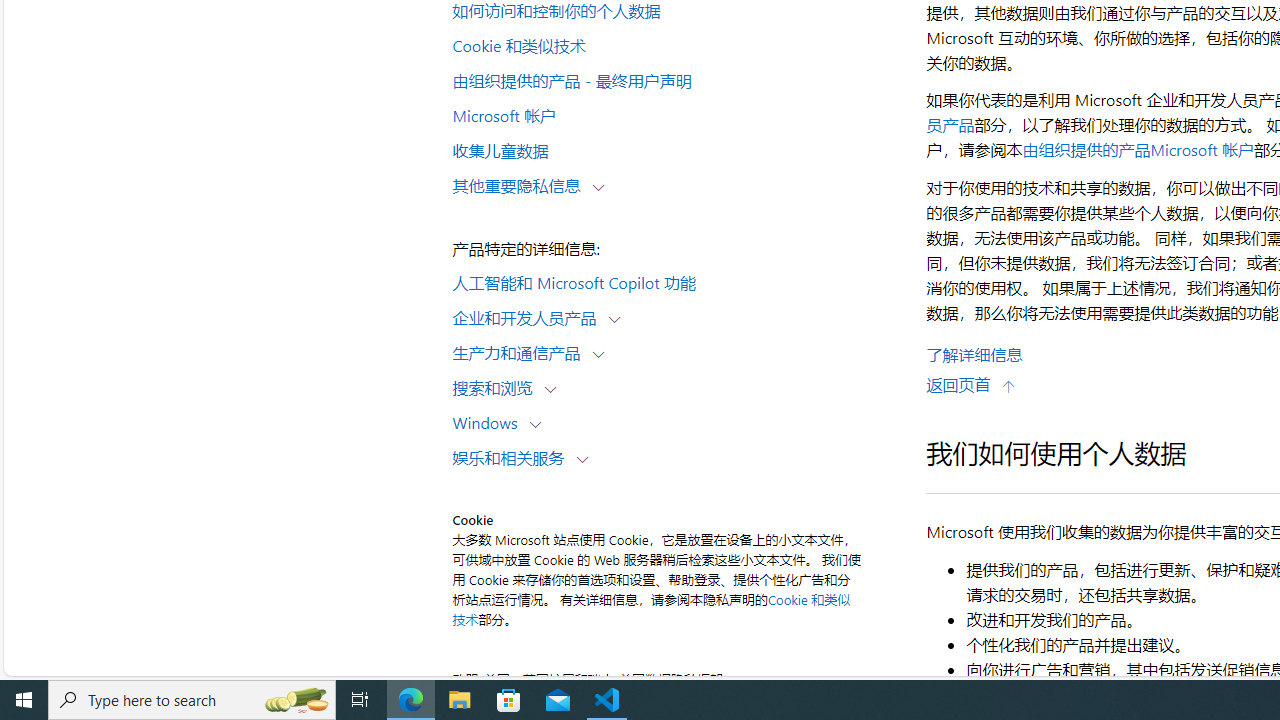  I want to click on 'Windows', so click(489, 420).